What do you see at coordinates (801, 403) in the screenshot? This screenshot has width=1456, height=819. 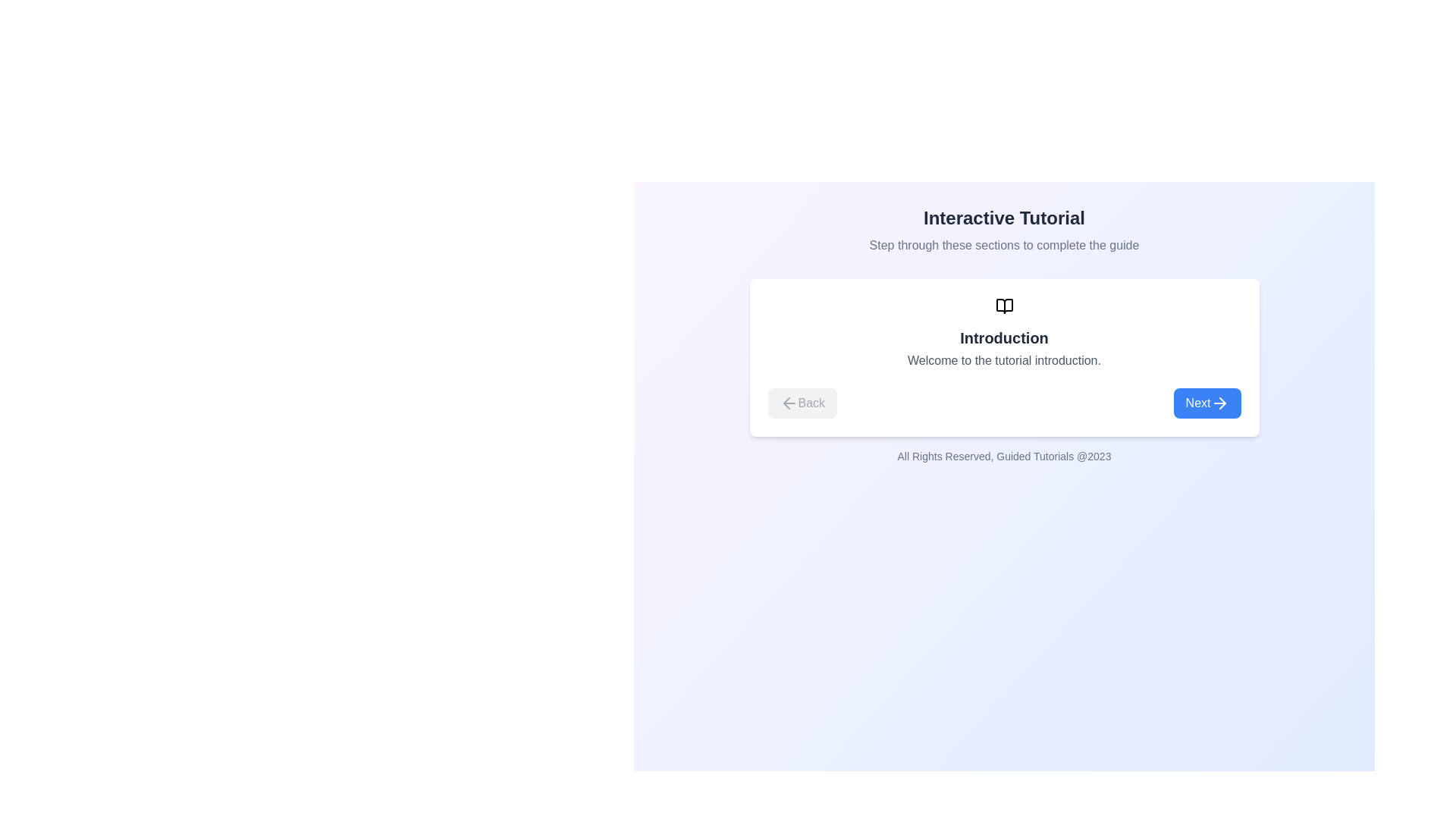 I see `the 'Back' button to navigate to the previous step` at bounding box center [801, 403].